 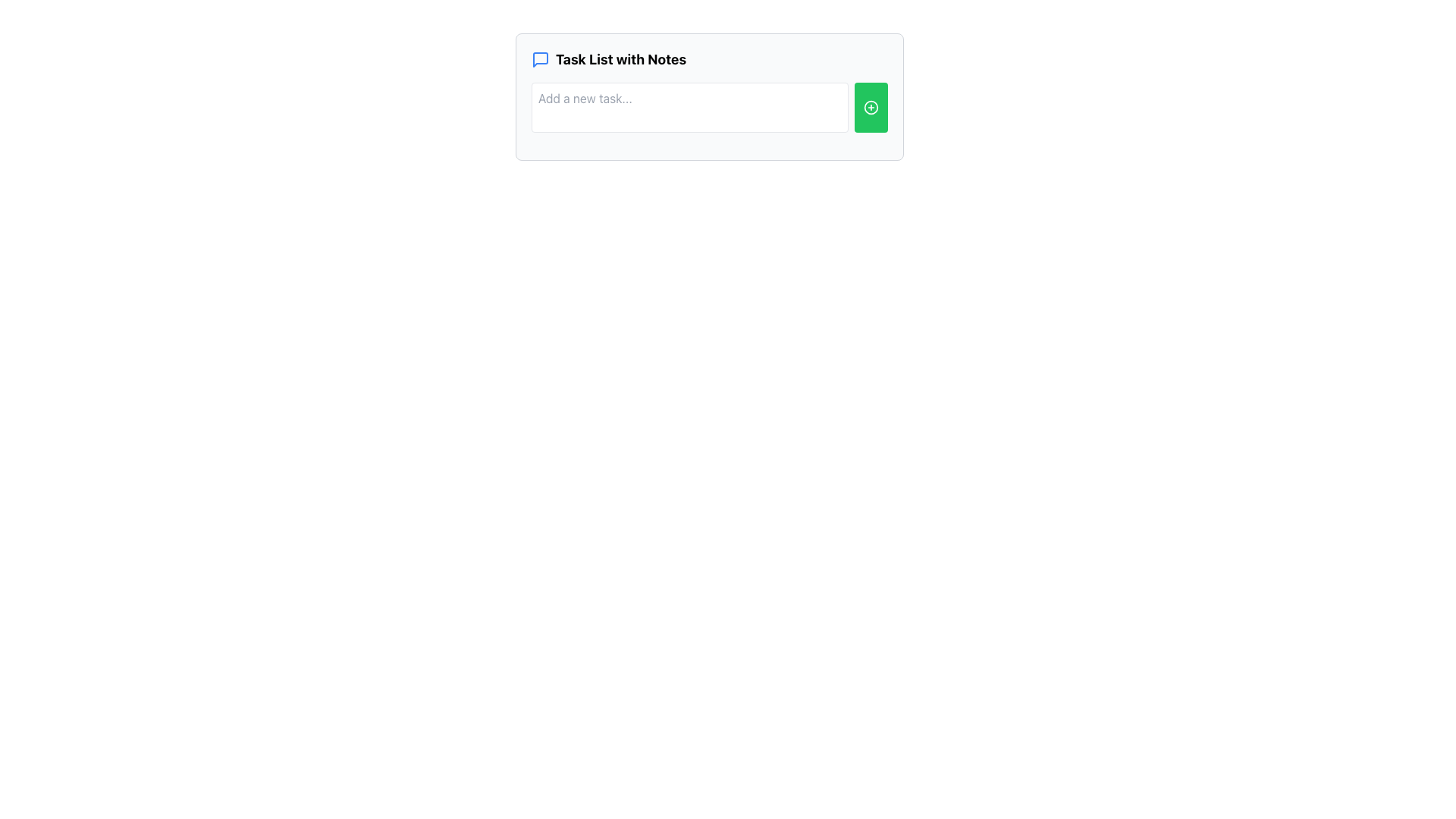 What do you see at coordinates (871, 107) in the screenshot?
I see `the representation of the Add button icon located on the right side of the input field for adding tasks` at bounding box center [871, 107].